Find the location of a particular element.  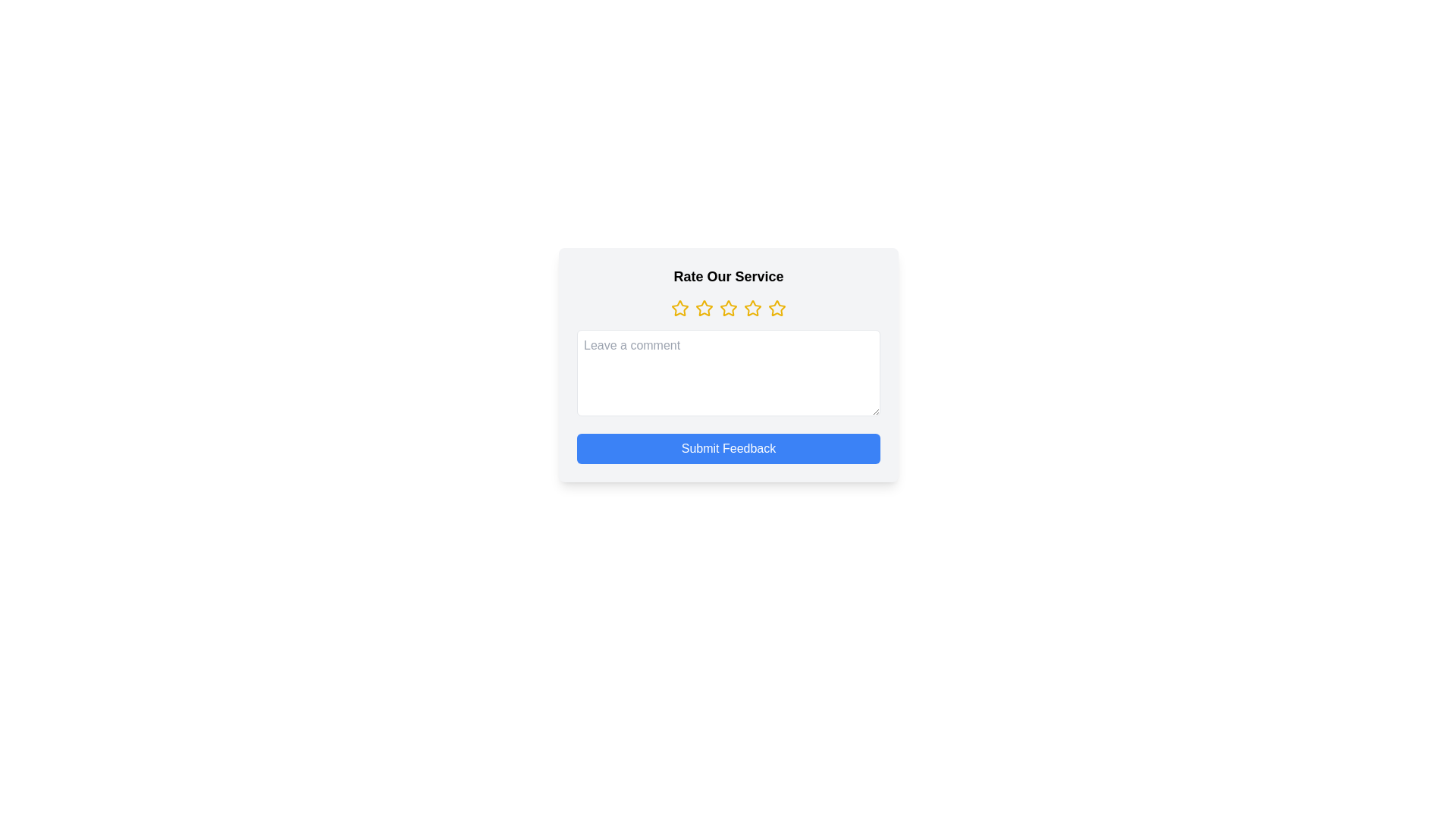

the fifth rating star in the series of five stars is located at coordinates (777, 307).